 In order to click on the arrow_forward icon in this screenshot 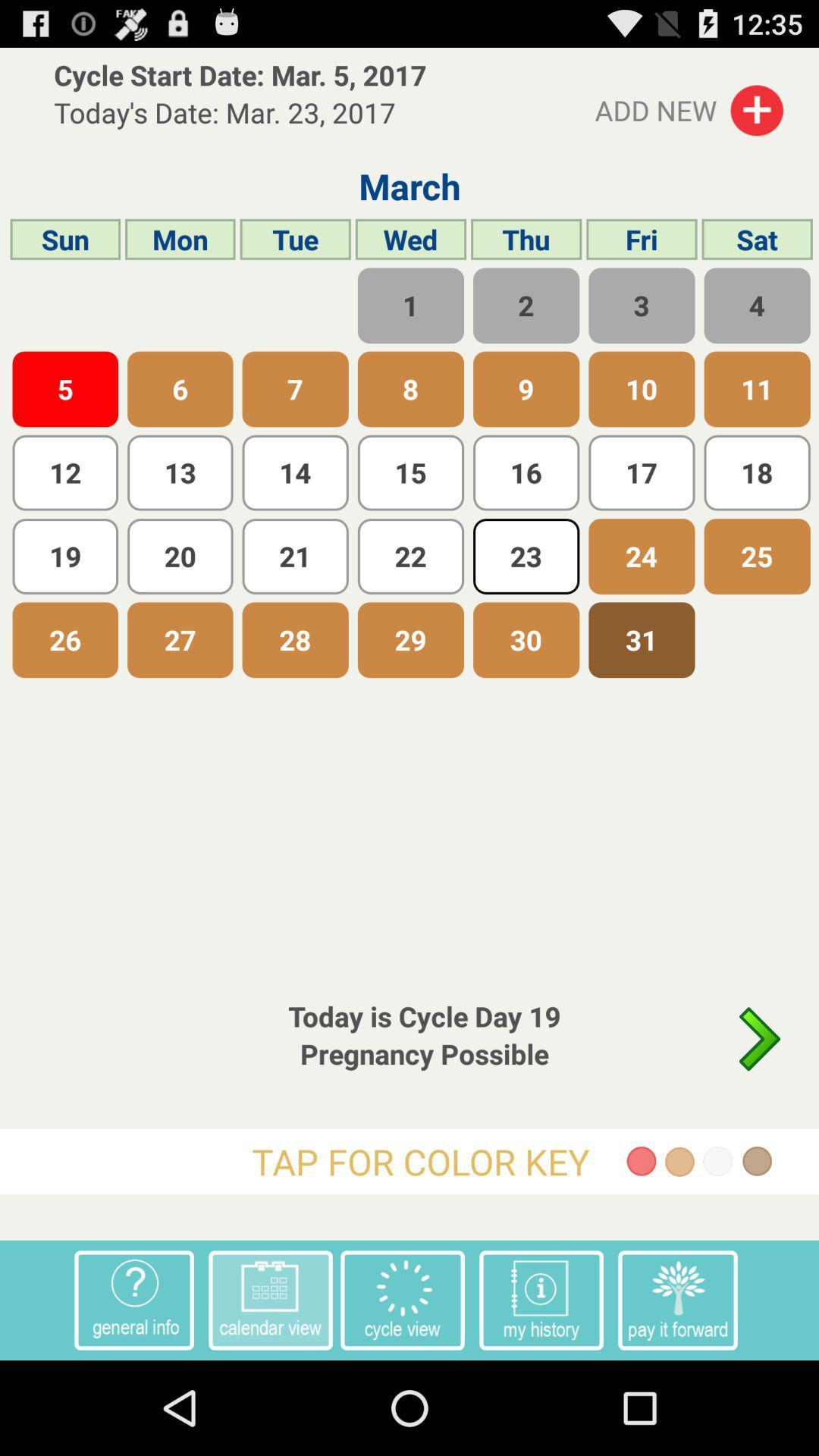, I will do `click(760, 1112)`.